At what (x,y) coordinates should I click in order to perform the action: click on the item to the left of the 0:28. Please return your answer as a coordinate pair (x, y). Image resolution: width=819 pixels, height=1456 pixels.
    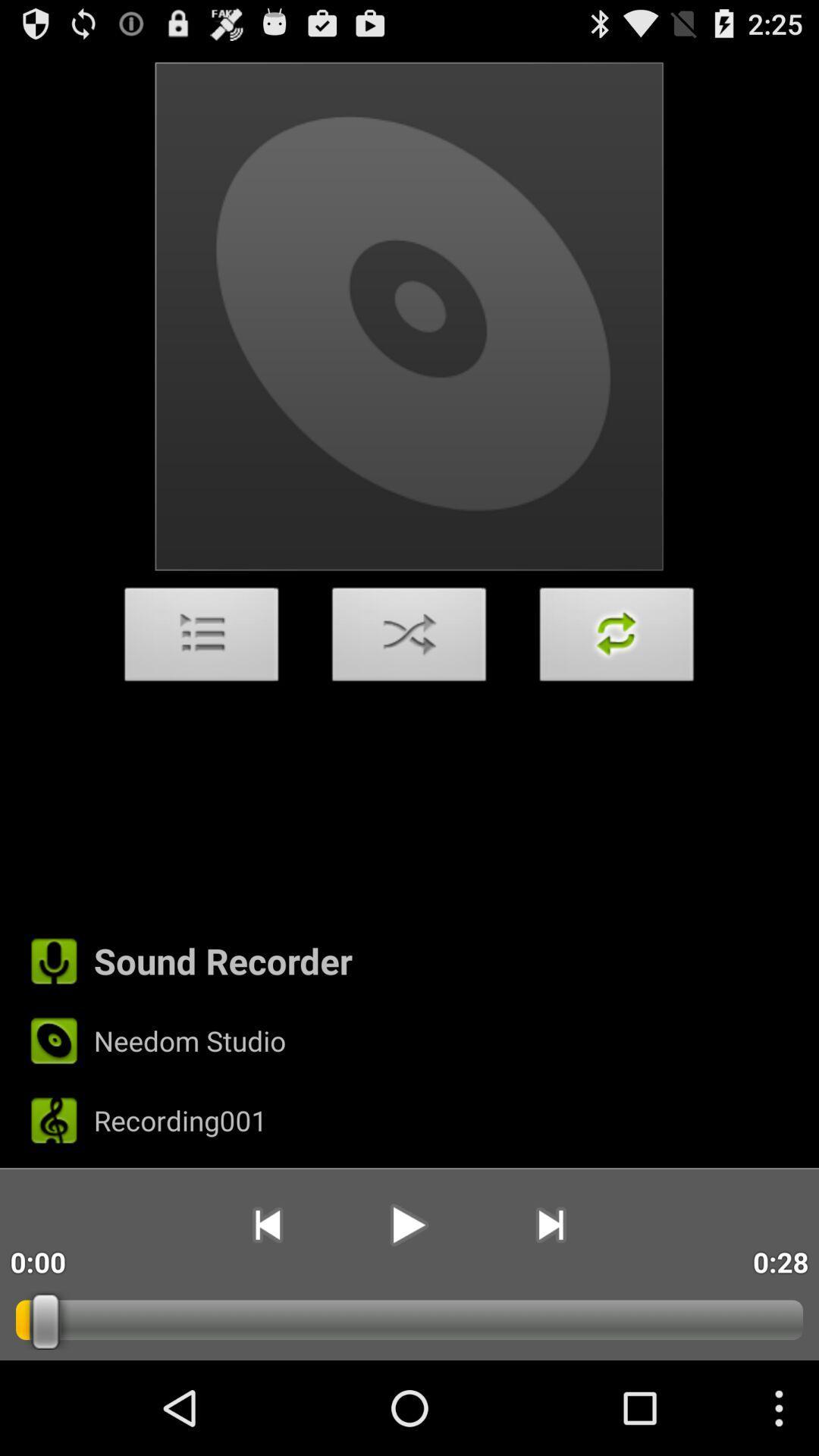
    Looking at the image, I should click on (551, 1225).